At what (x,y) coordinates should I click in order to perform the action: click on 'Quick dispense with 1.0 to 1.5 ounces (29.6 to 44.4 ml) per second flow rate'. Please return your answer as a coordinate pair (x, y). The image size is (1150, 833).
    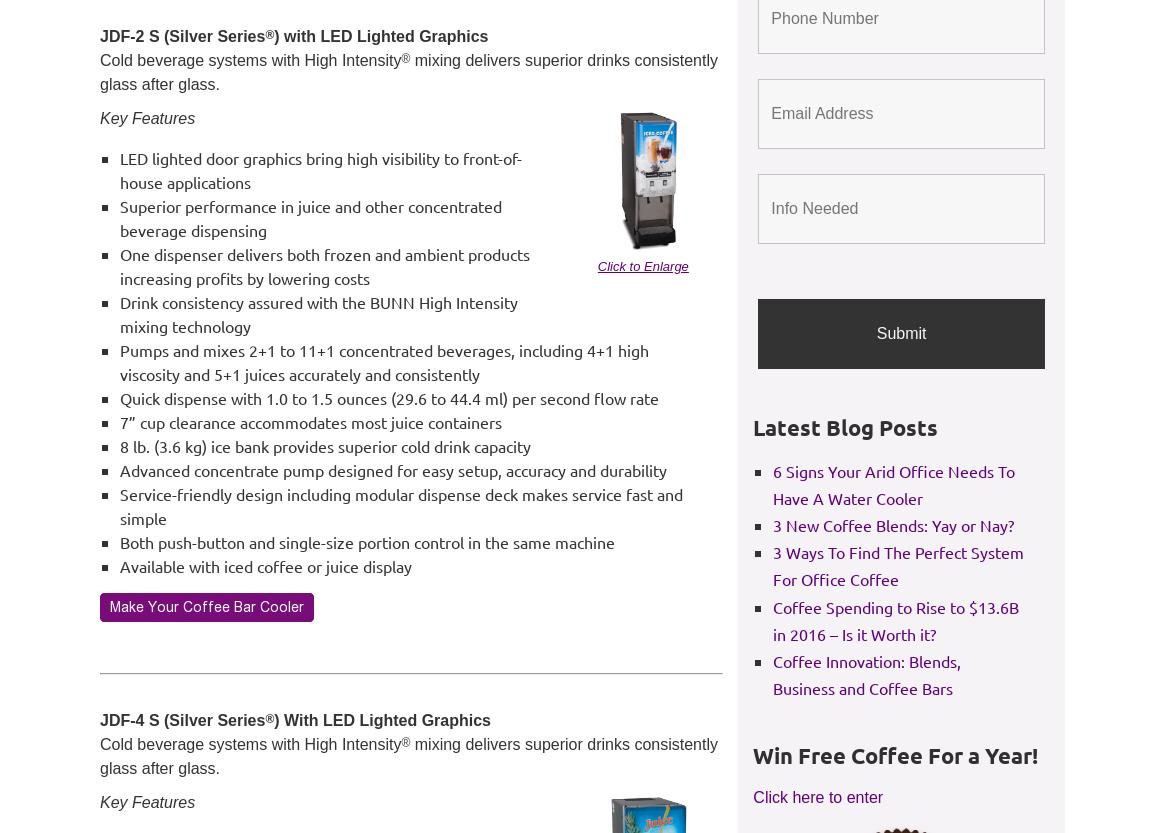
    Looking at the image, I should click on (389, 398).